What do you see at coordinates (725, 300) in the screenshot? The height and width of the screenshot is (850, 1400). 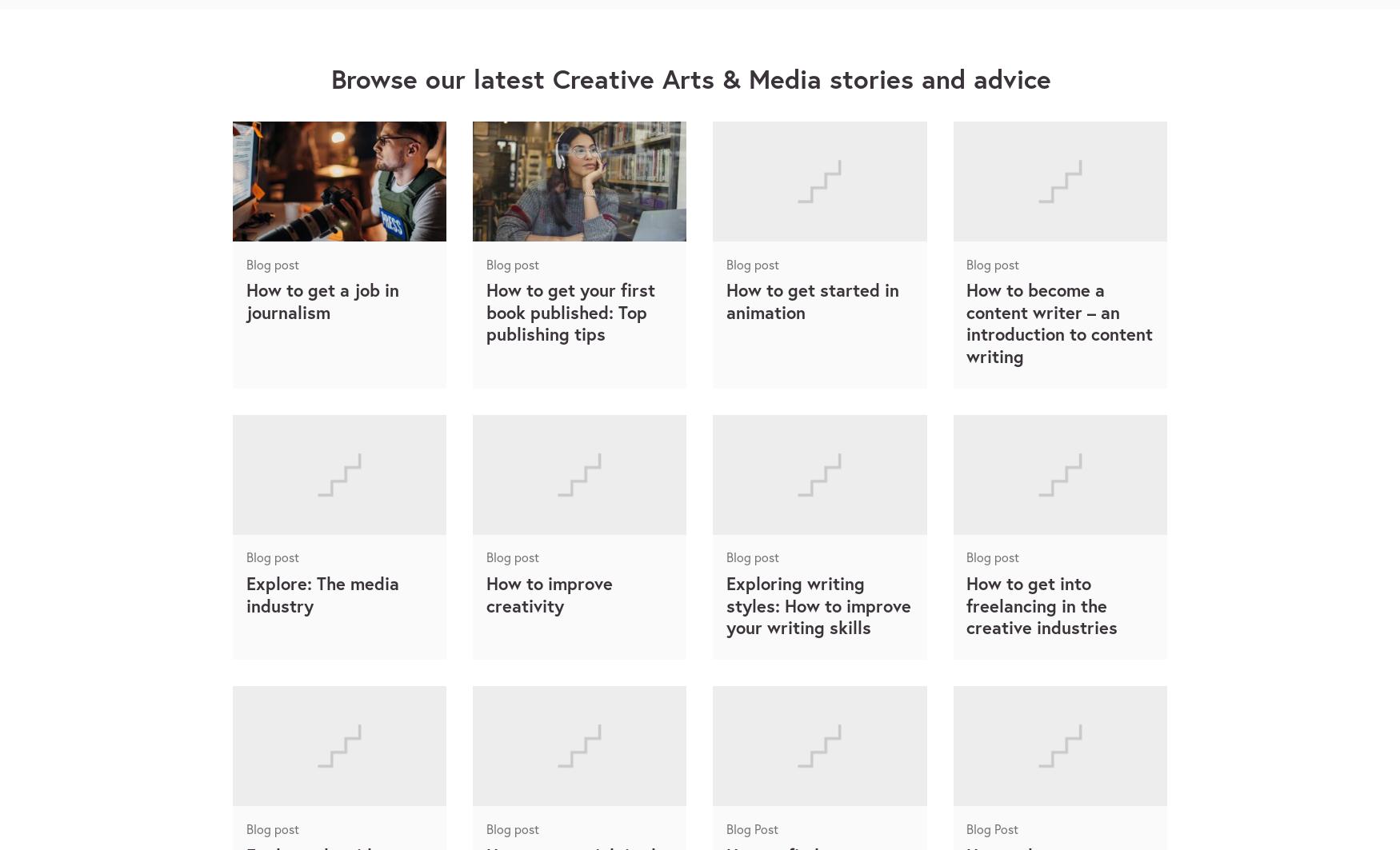 I see `'How to get started in animation'` at bounding box center [725, 300].